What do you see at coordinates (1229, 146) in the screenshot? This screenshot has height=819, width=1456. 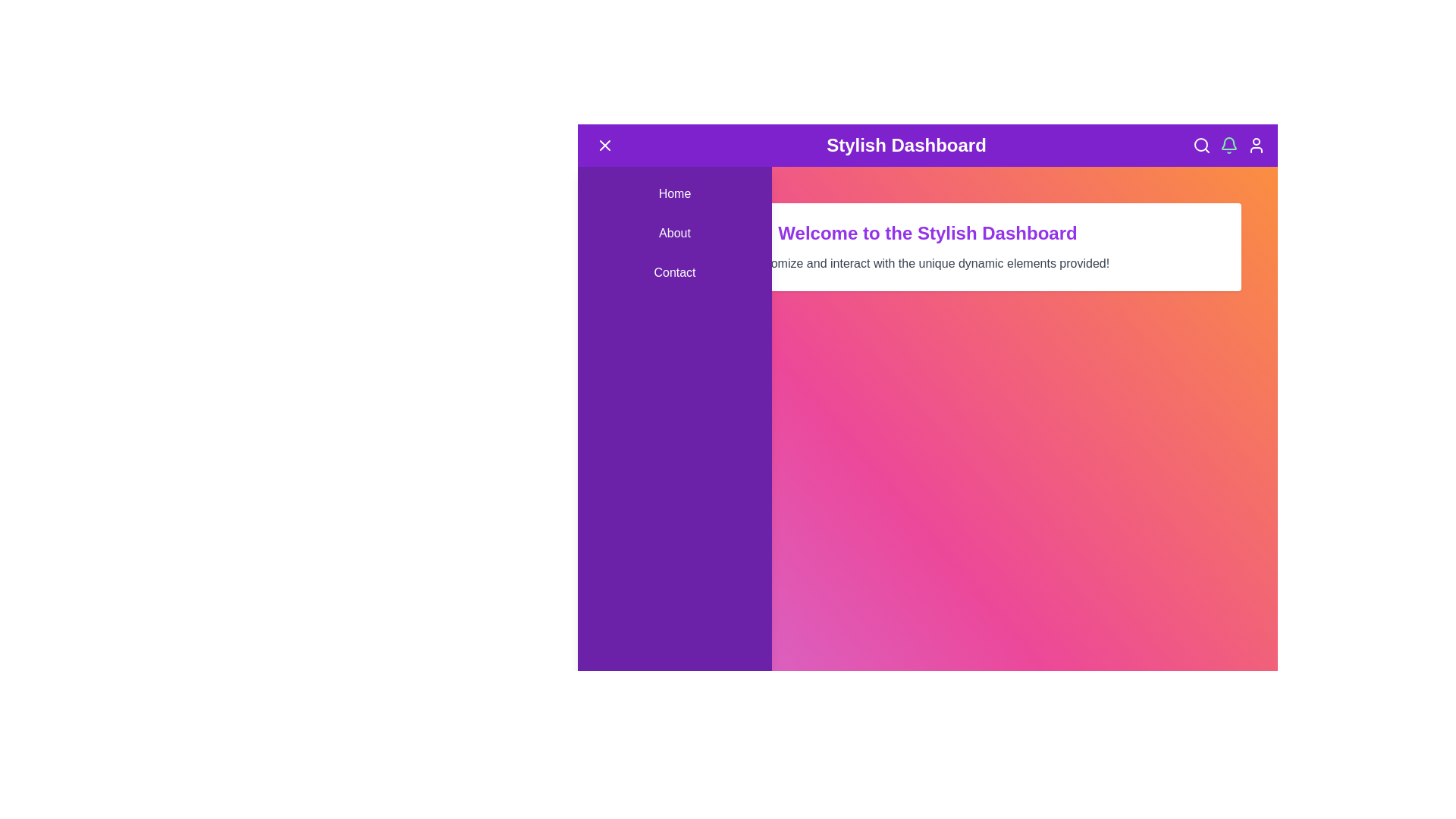 I see `the notification bell icon to toggle notification mode` at bounding box center [1229, 146].